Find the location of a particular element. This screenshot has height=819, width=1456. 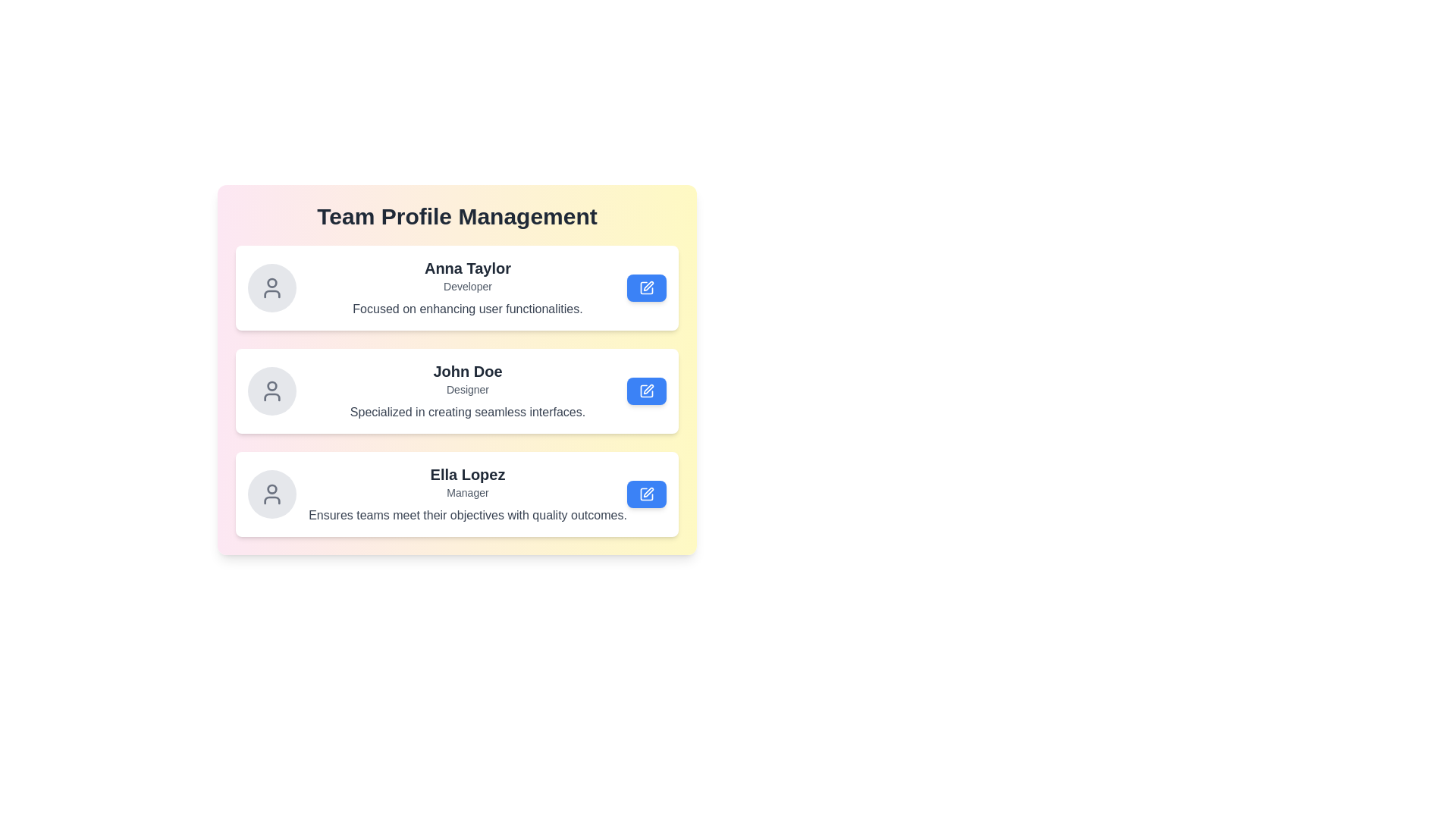

the text of the profile details for Ella Lopez is located at coordinates (308, 463).